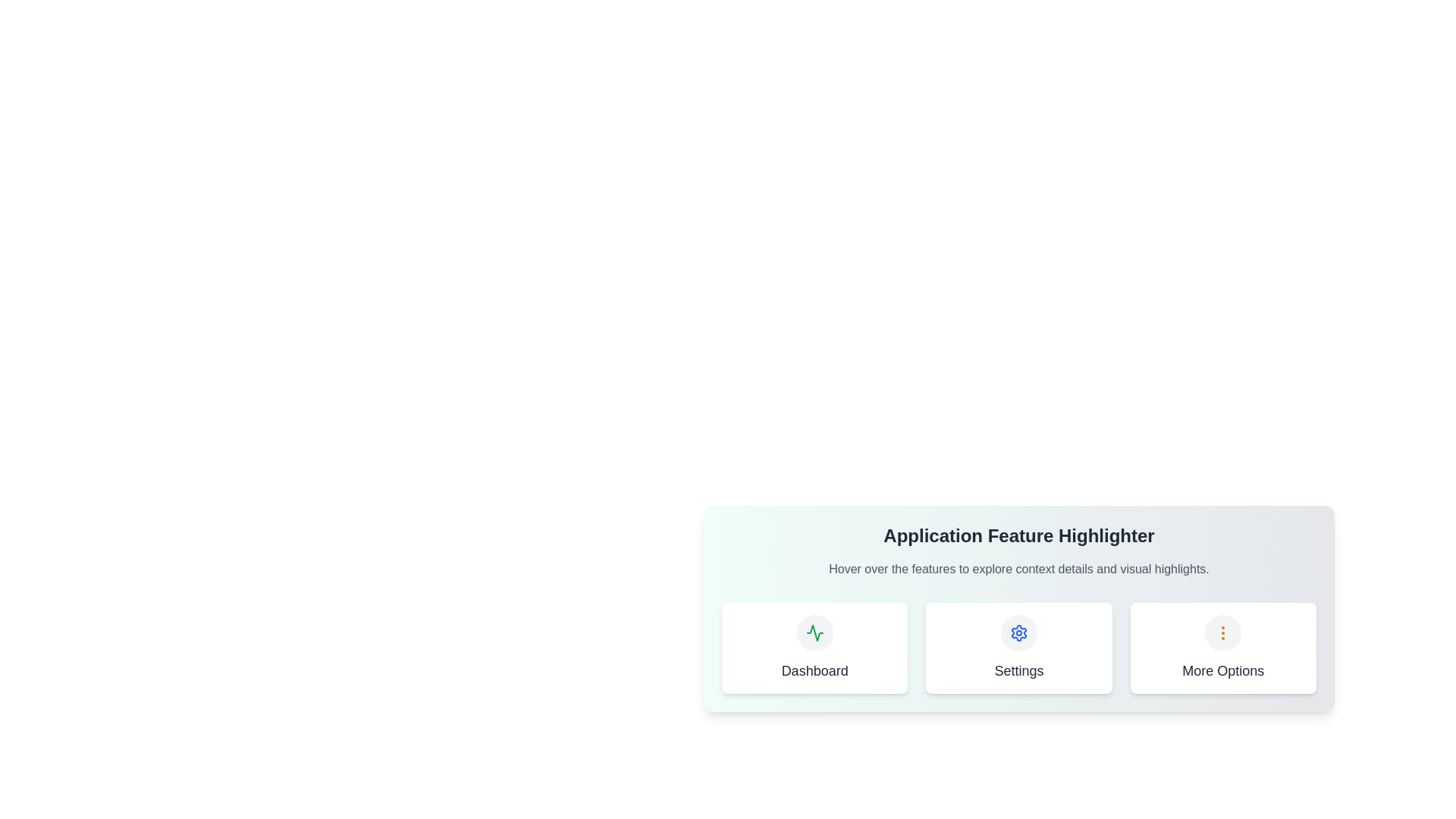  What do you see at coordinates (1019, 629) in the screenshot?
I see `the individual sections of the Informational panel with interactive sections located near the bottom-center of the interface` at bounding box center [1019, 629].